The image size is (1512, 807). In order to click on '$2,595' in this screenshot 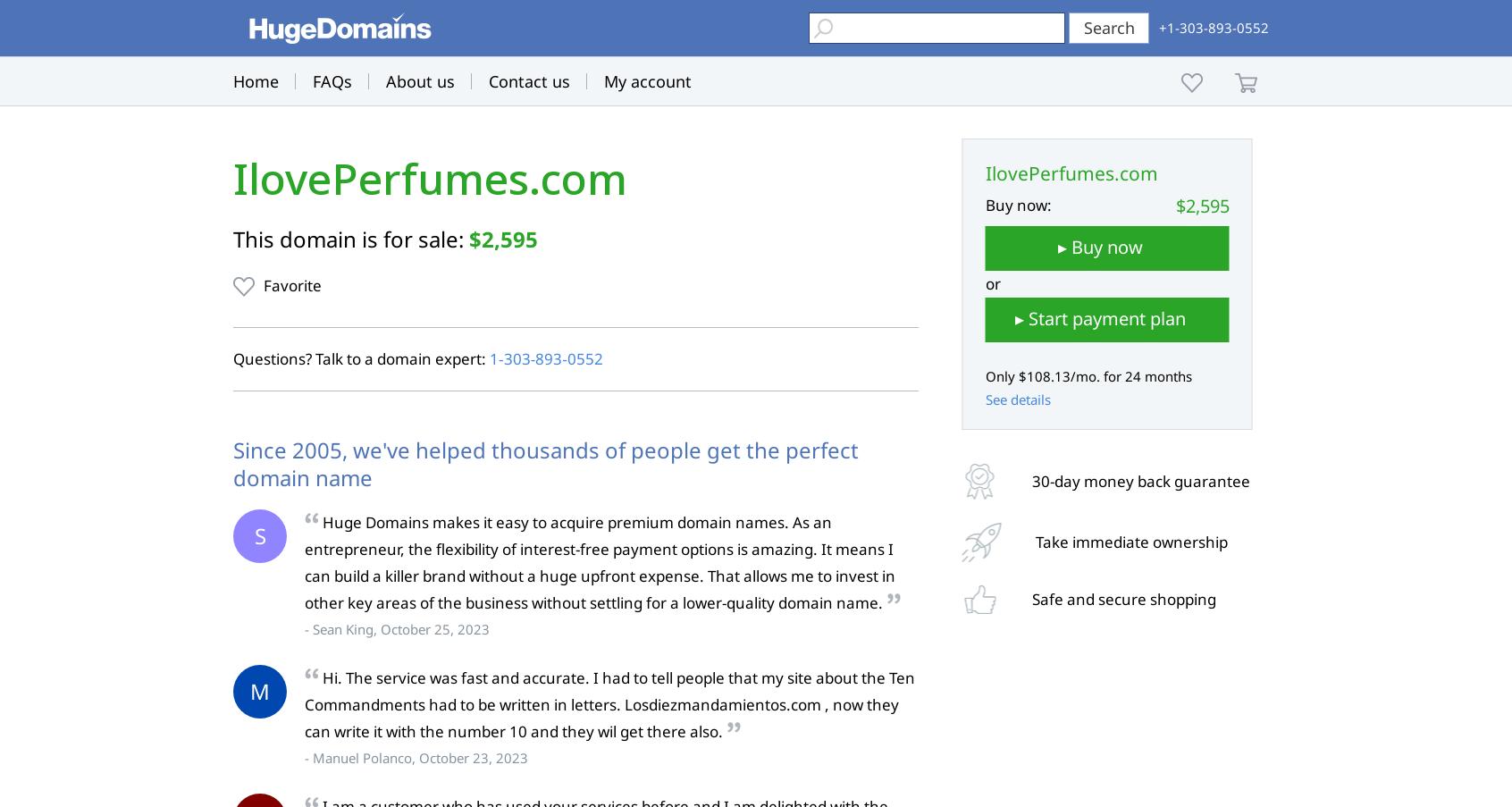, I will do `click(503, 238)`.